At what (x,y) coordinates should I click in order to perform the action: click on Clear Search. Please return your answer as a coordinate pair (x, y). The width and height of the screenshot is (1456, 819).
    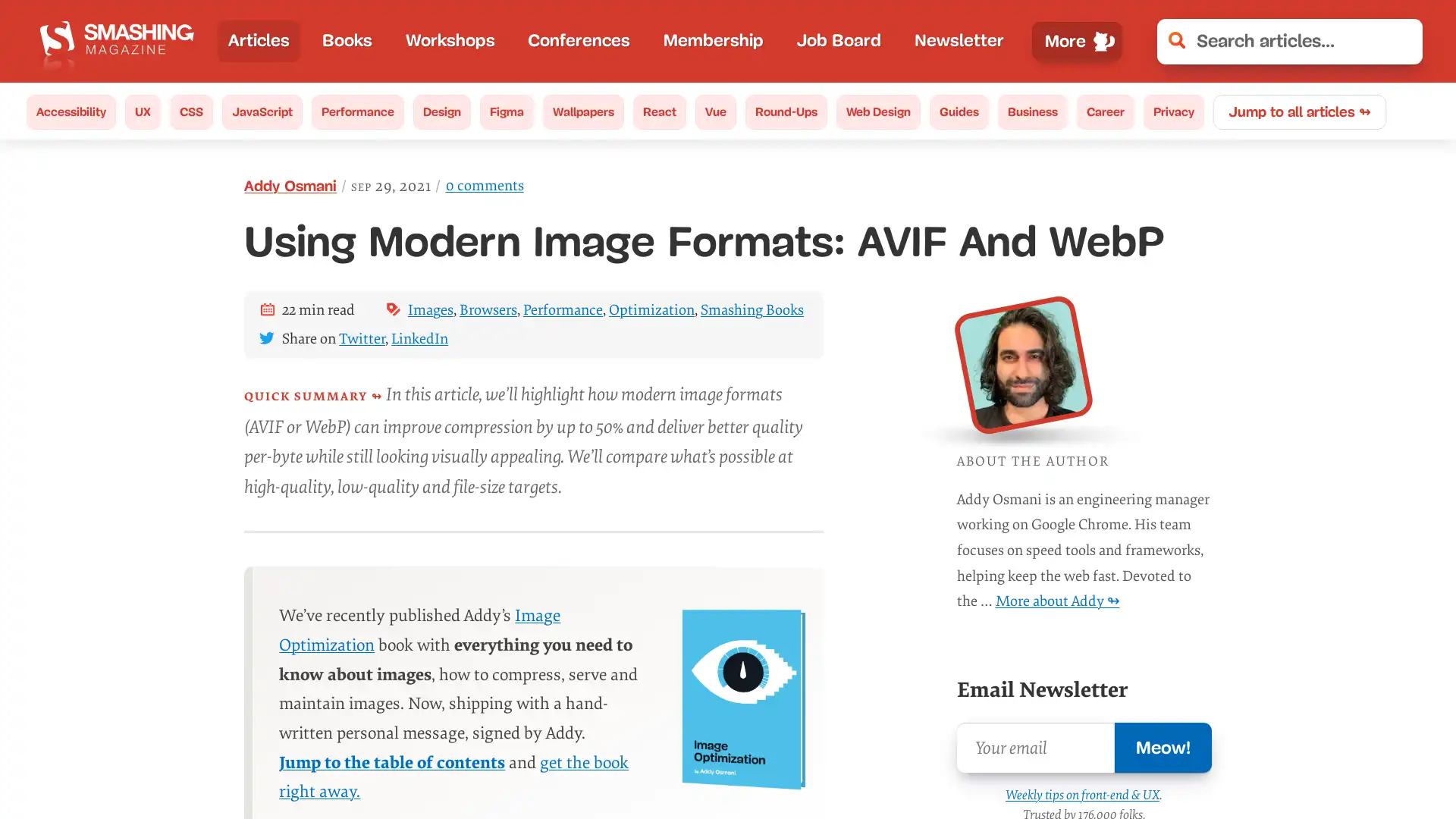
    Looking at the image, I should click on (1400, 40).